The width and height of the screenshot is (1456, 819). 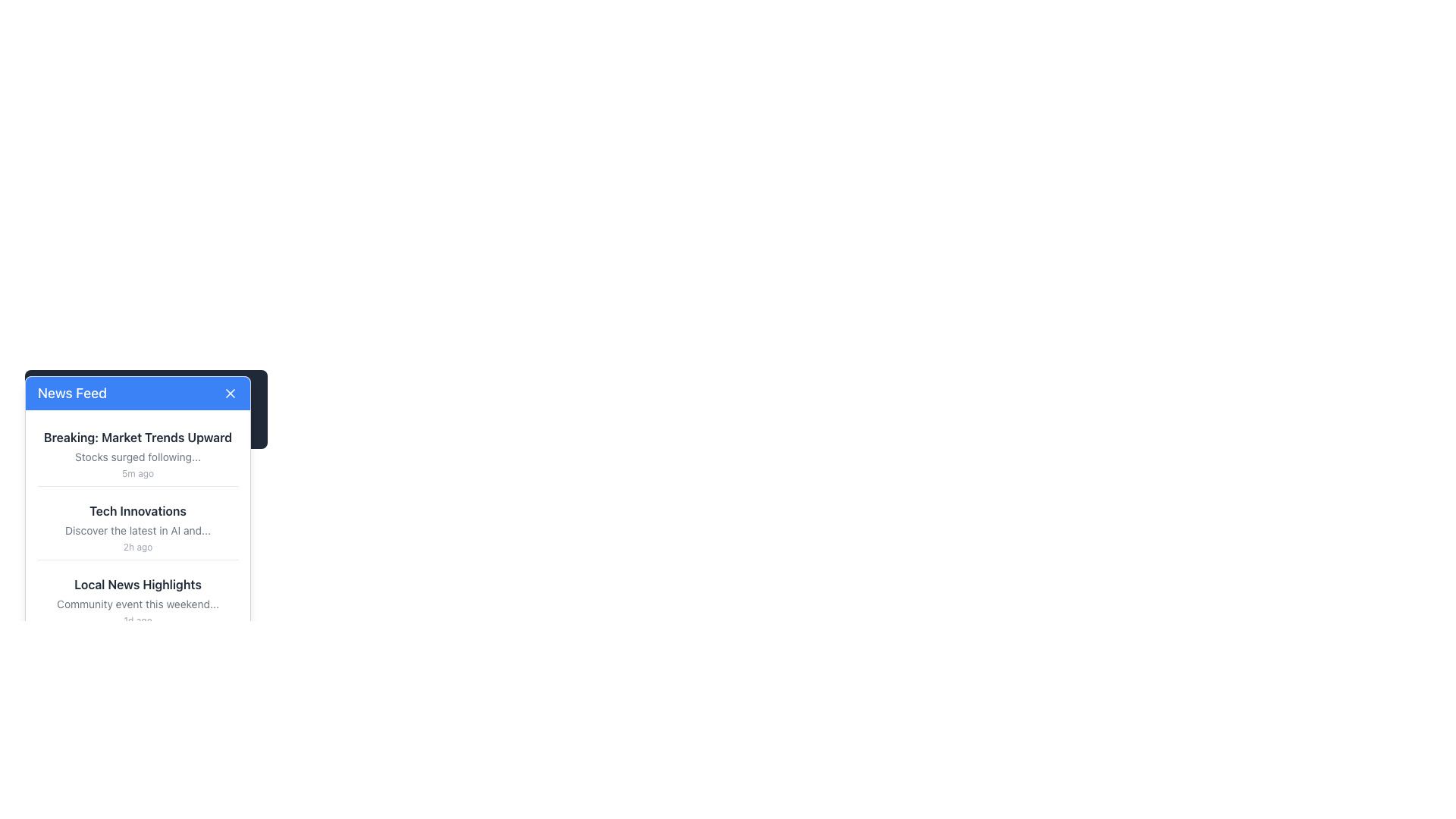 What do you see at coordinates (138, 456) in the screenshot?
I see `informational text snippet that provides a brief summary related to the title 'Breaking: Market Trends Upward', which is located directly before the timestamp '5m ago'` at bounding box center [138, 456].